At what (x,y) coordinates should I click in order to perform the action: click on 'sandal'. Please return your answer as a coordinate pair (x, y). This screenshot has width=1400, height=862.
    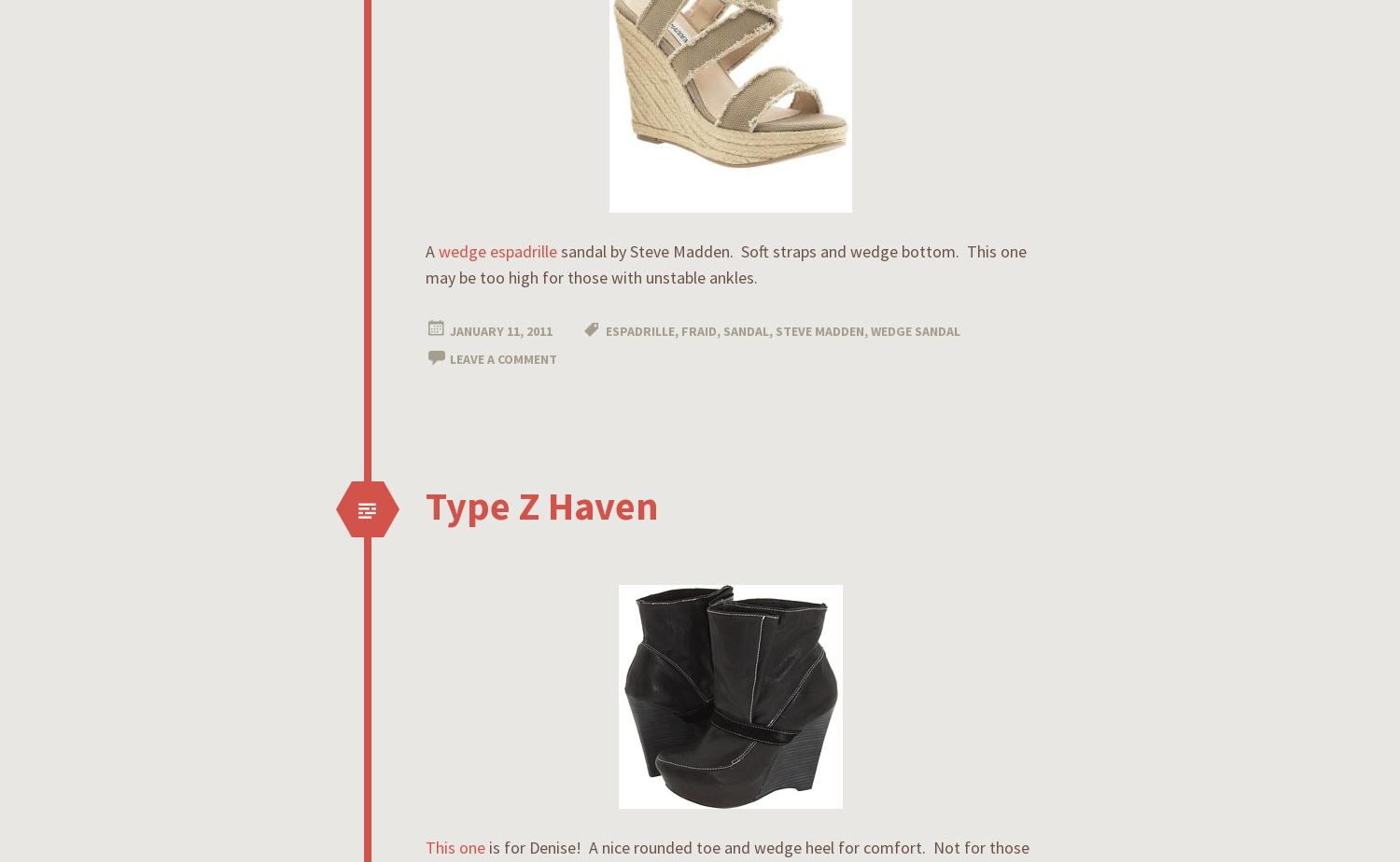
    Looking at the image, I should click on (723, 331).